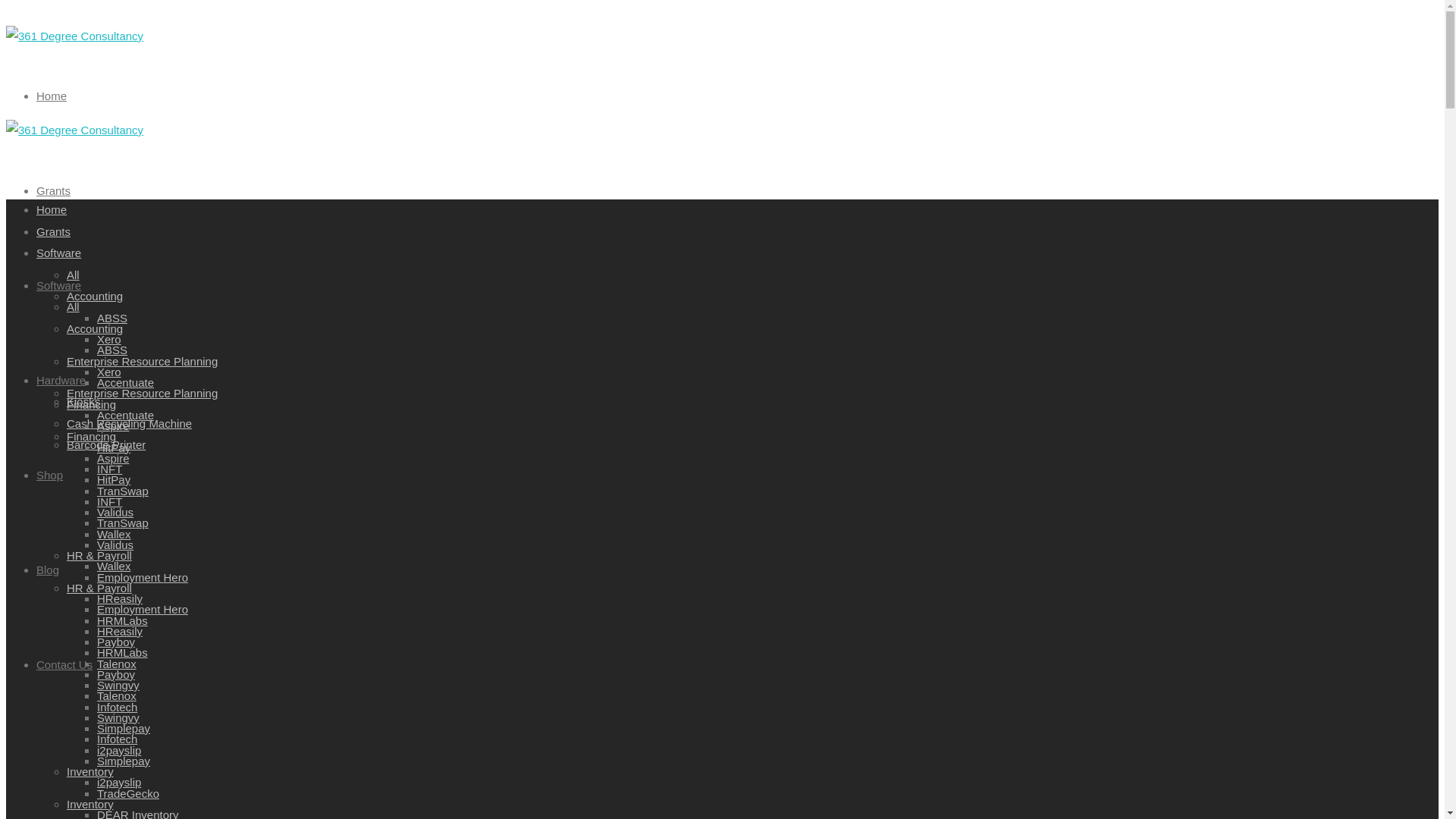 The width and height of the screenshot is (1456, 819). I want to click on 'Payboy', so click(115, 642).